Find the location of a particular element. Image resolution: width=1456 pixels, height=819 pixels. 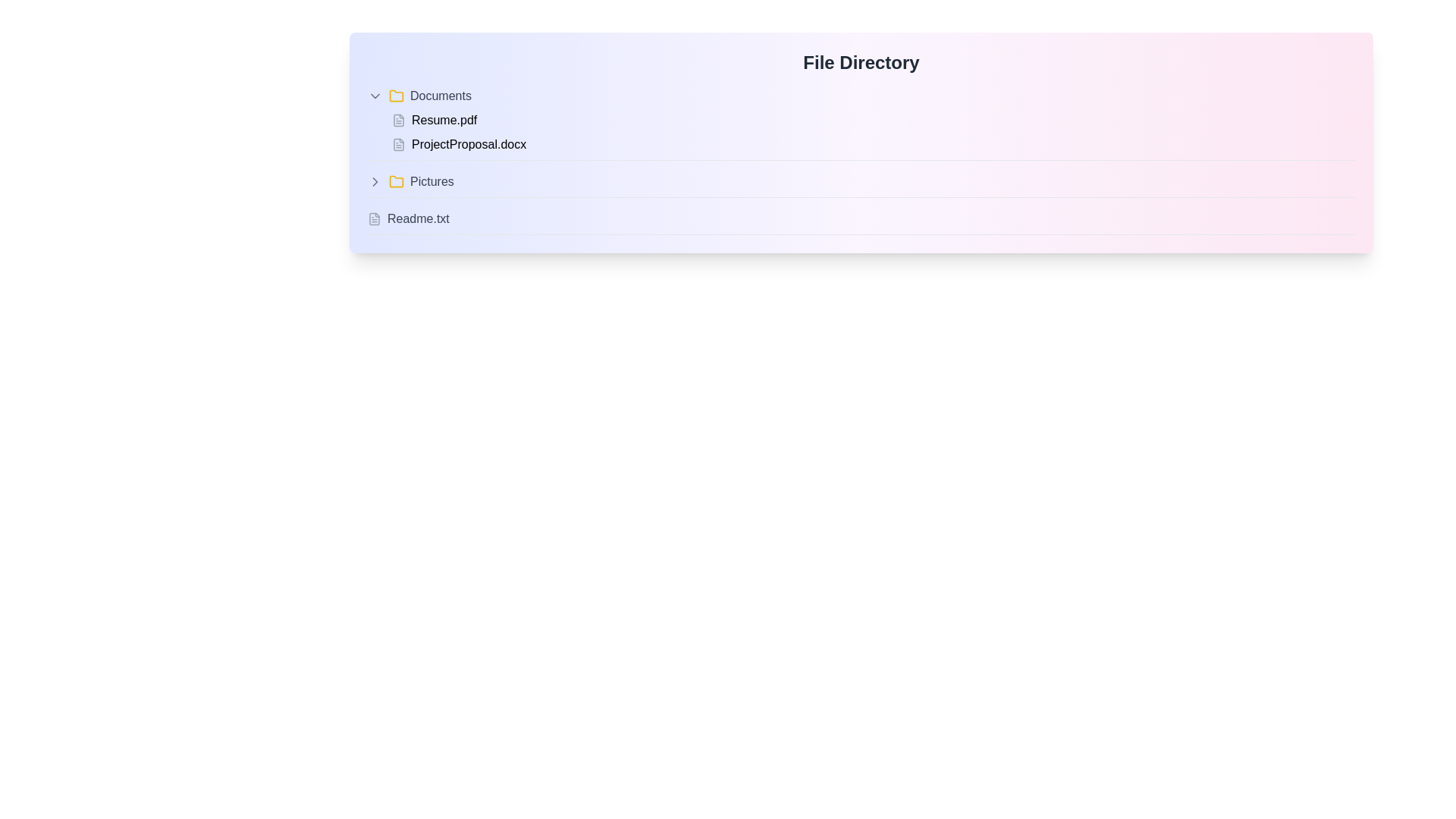

the file icon resembling a document, which is located next to the text labeled 'Resume.pdf' is located at coordinates (399, 119).